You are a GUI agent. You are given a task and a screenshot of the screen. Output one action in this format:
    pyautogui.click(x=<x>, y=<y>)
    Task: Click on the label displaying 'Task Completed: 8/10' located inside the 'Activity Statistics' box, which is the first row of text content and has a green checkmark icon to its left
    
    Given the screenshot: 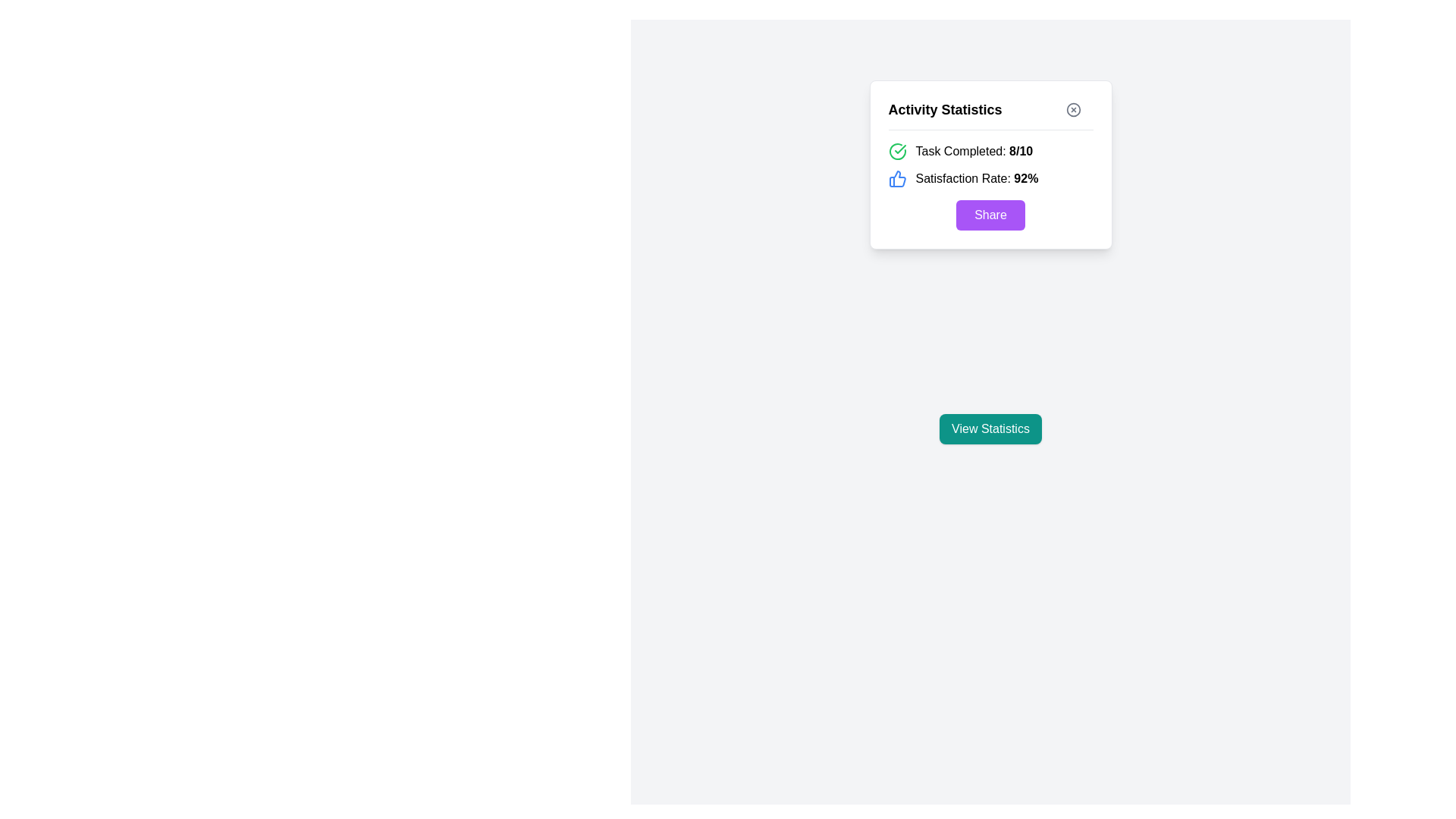 What is the action you would take?
    pyautogui.click(x=974, y=152)
    